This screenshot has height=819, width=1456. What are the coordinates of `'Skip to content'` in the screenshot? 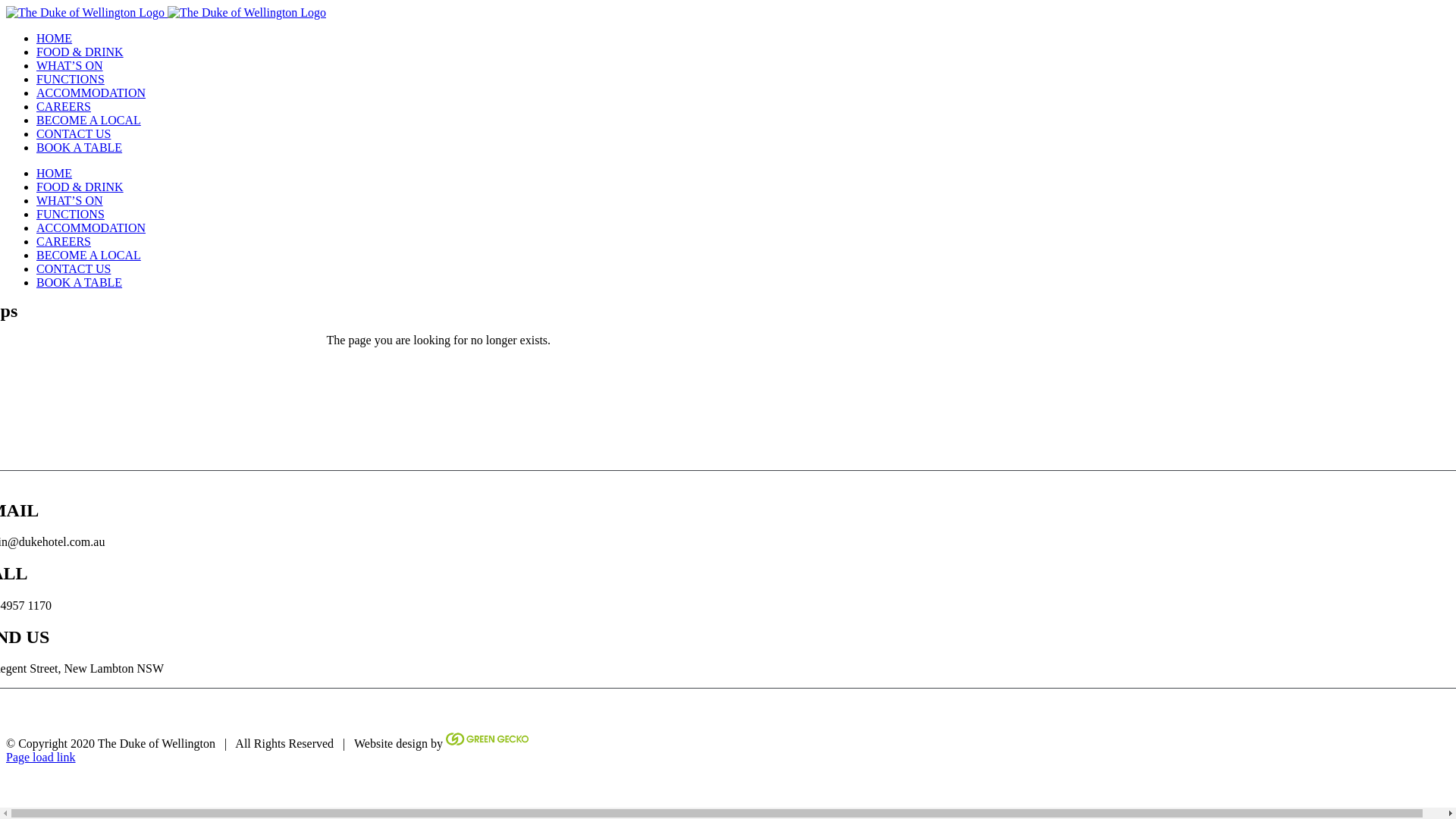 It's located at (5, 5).